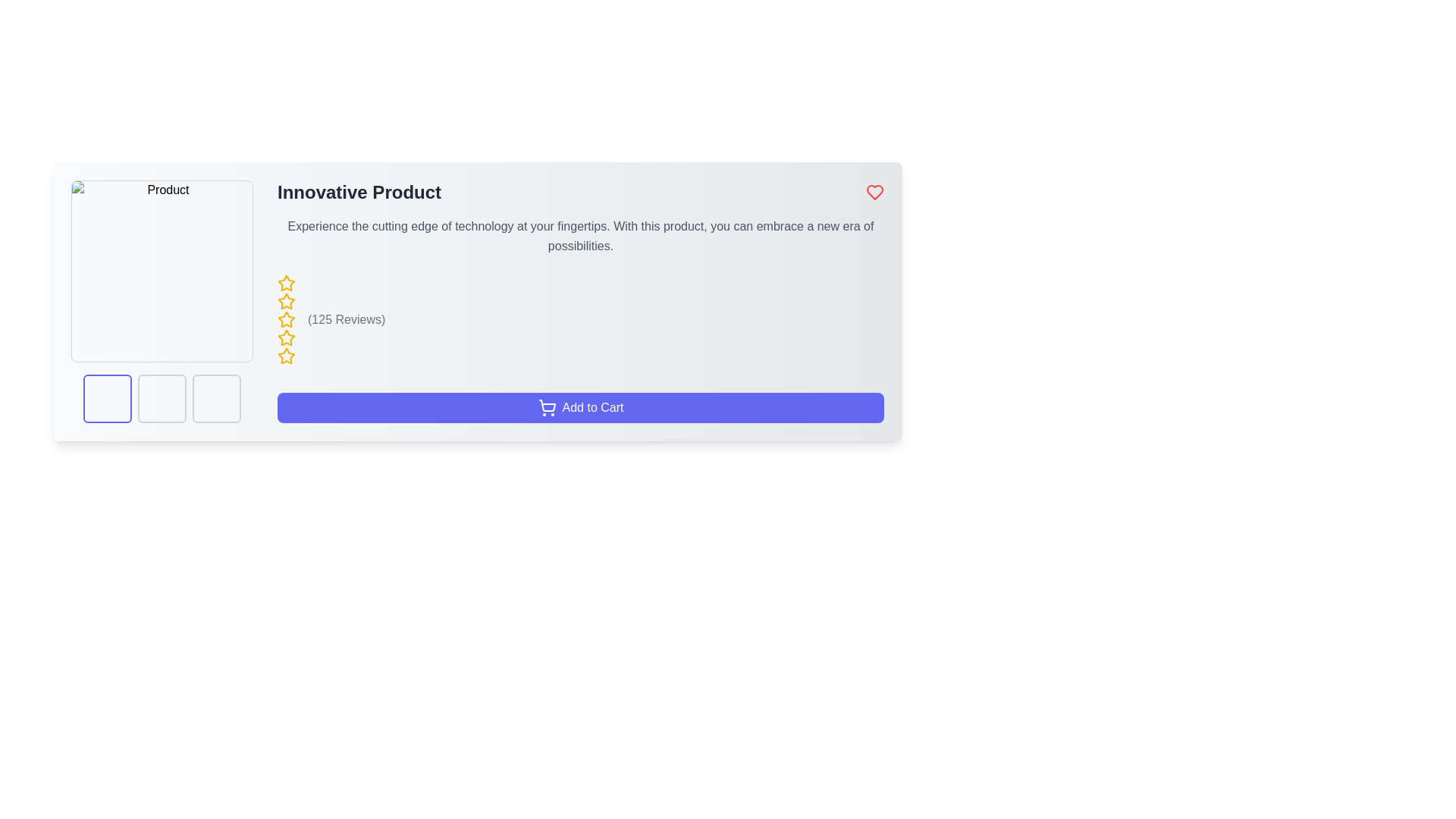  I want to click on the second star in the star rating icon array, so click(287, 318).